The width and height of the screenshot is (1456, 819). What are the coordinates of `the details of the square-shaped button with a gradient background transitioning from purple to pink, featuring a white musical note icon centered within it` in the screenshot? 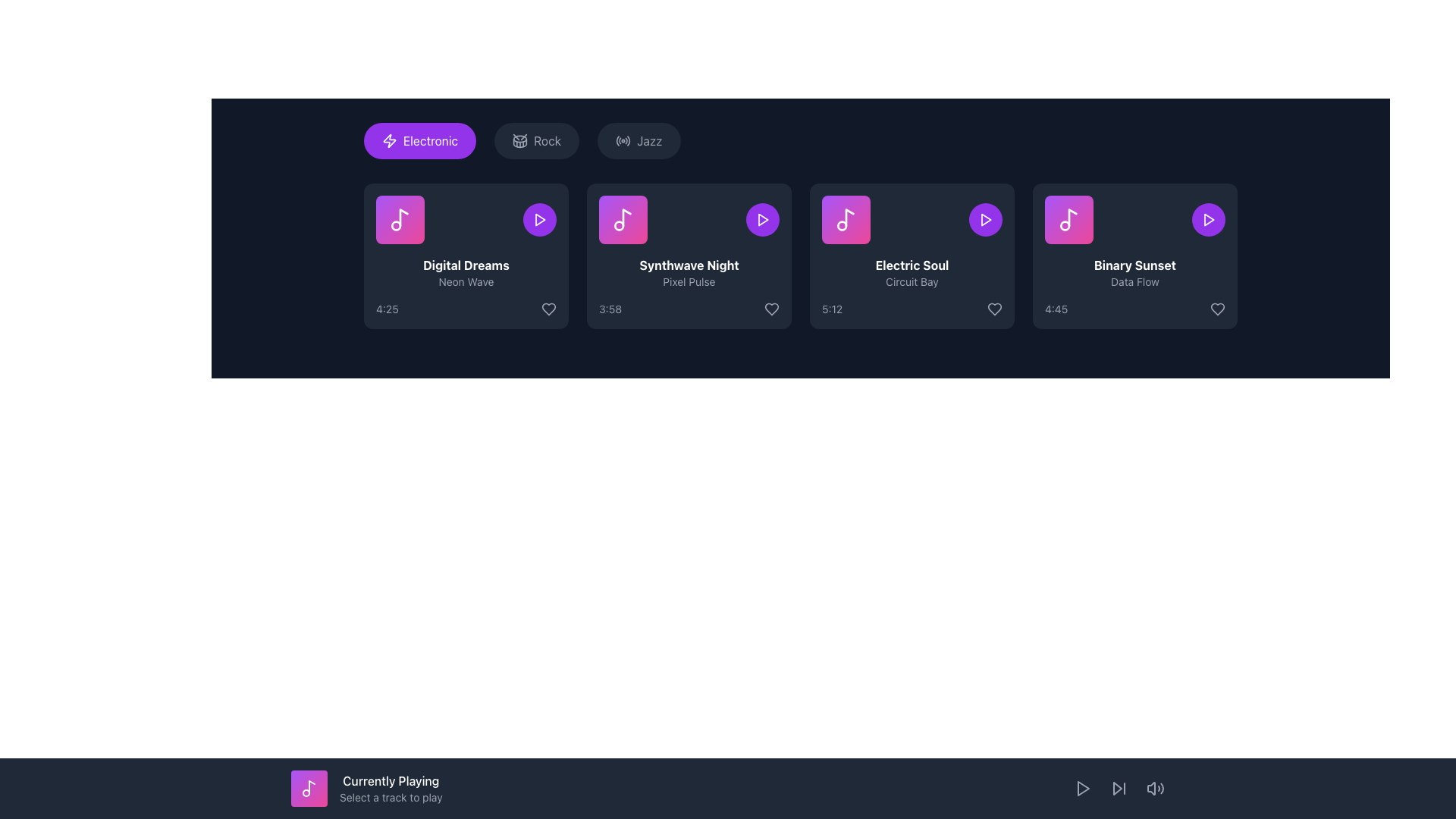 It's located at (400, 219).